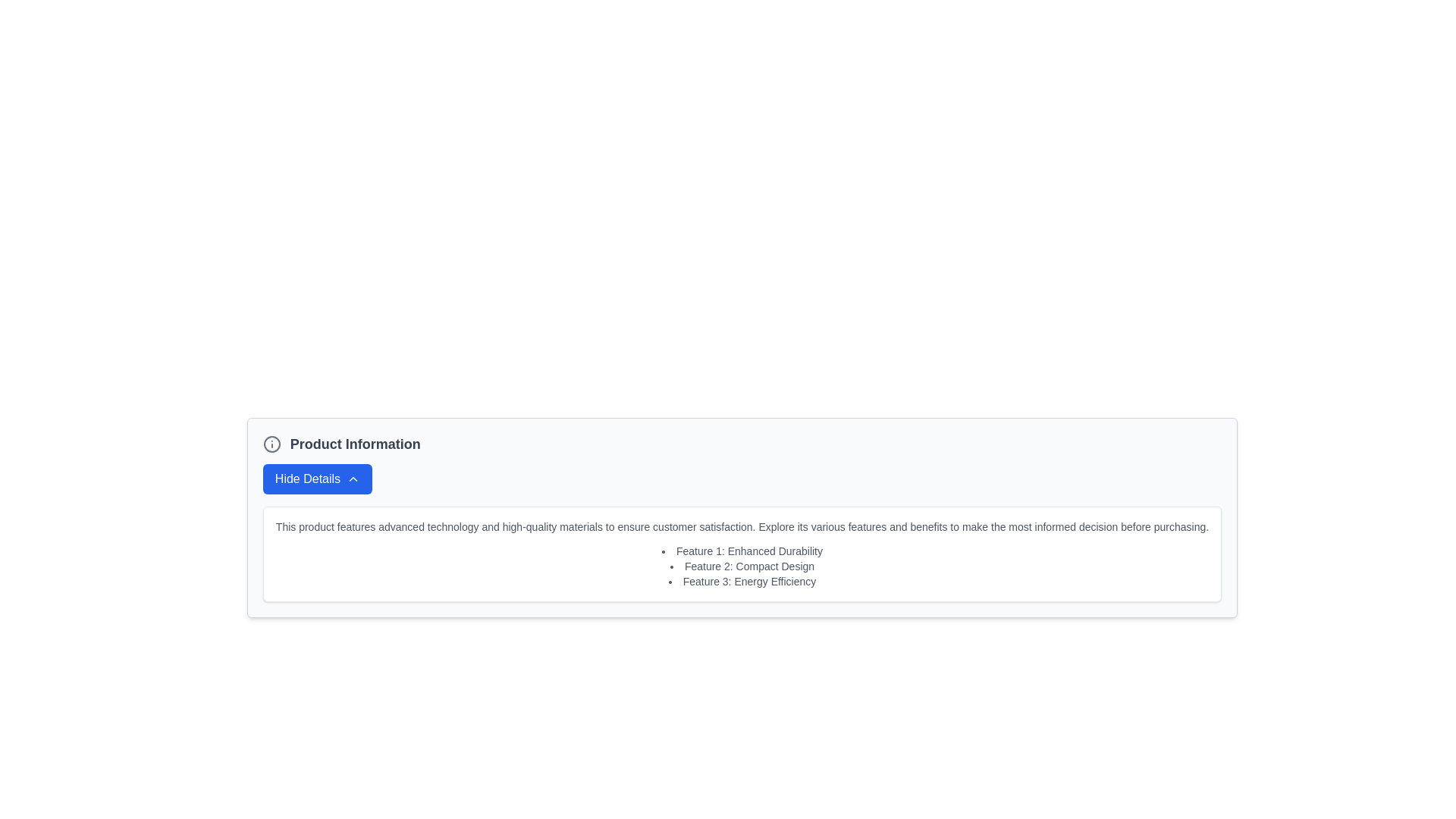  Describe the element at coordinates (742, 566) in the screenshot. I see `text of the second item in the bulleted list of product features located in the 'Product Information' section, which provides detailed information about a specific feature of the product` at that location.